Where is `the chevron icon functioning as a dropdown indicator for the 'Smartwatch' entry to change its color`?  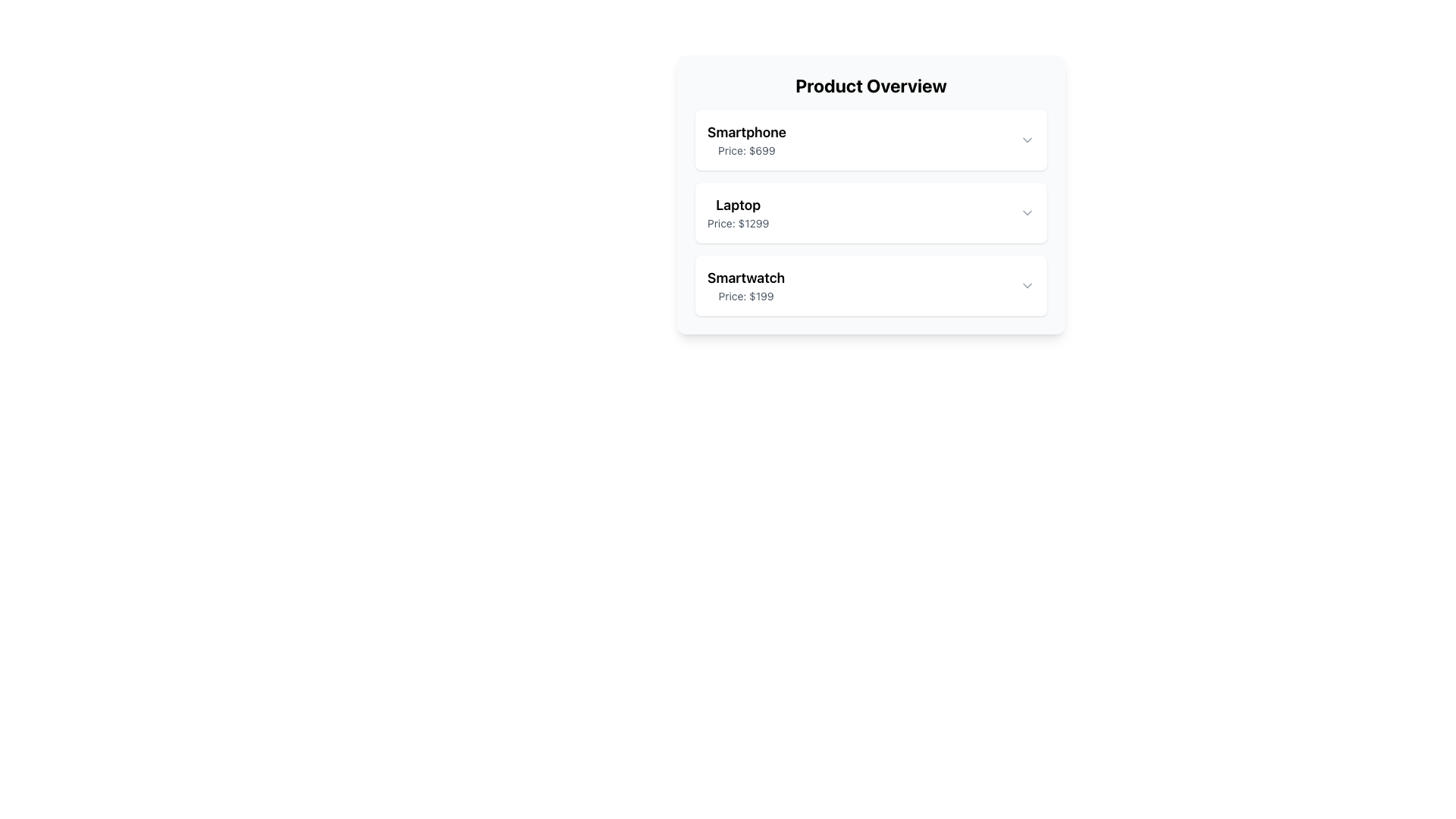 the chevron icon functioning as a dropdown indicator for the 'Smartwatch' entry to change its color is located at coordinates (1027, 286).